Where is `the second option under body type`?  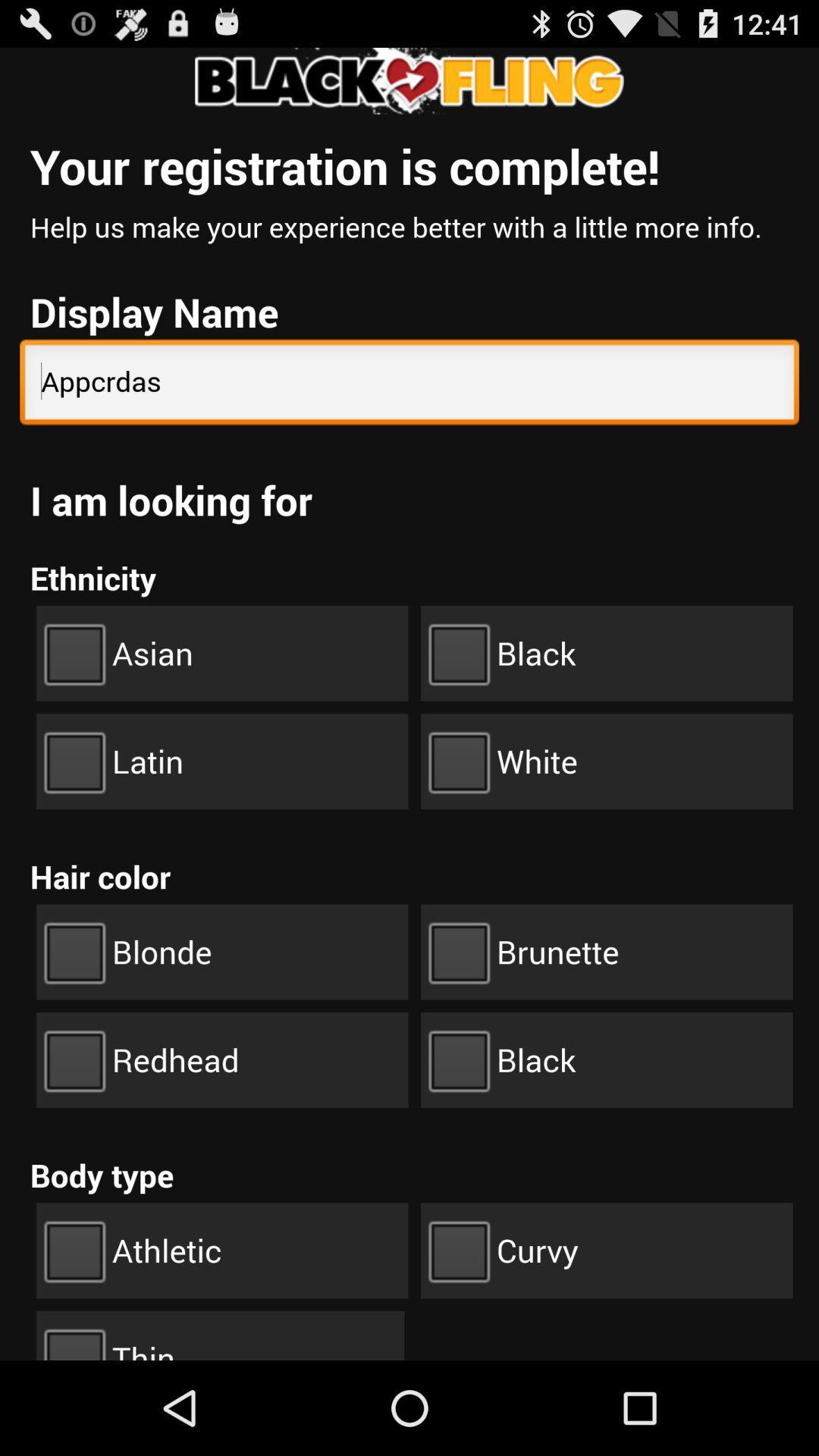 the second option under body type is located at coordinates (606, 1250).